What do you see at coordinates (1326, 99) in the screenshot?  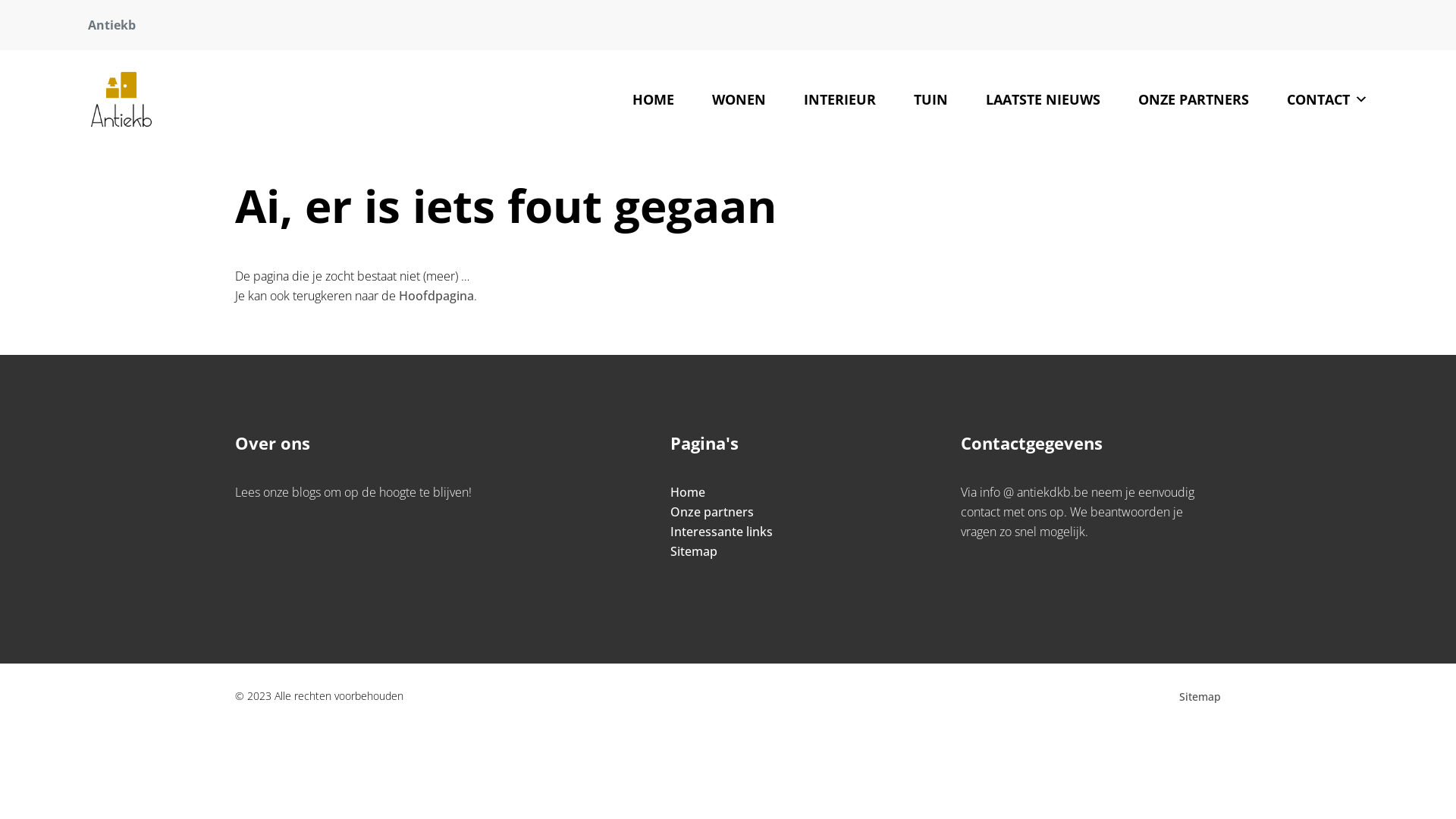 I see `'CONTACT'` at bounding box center [1326, 99].